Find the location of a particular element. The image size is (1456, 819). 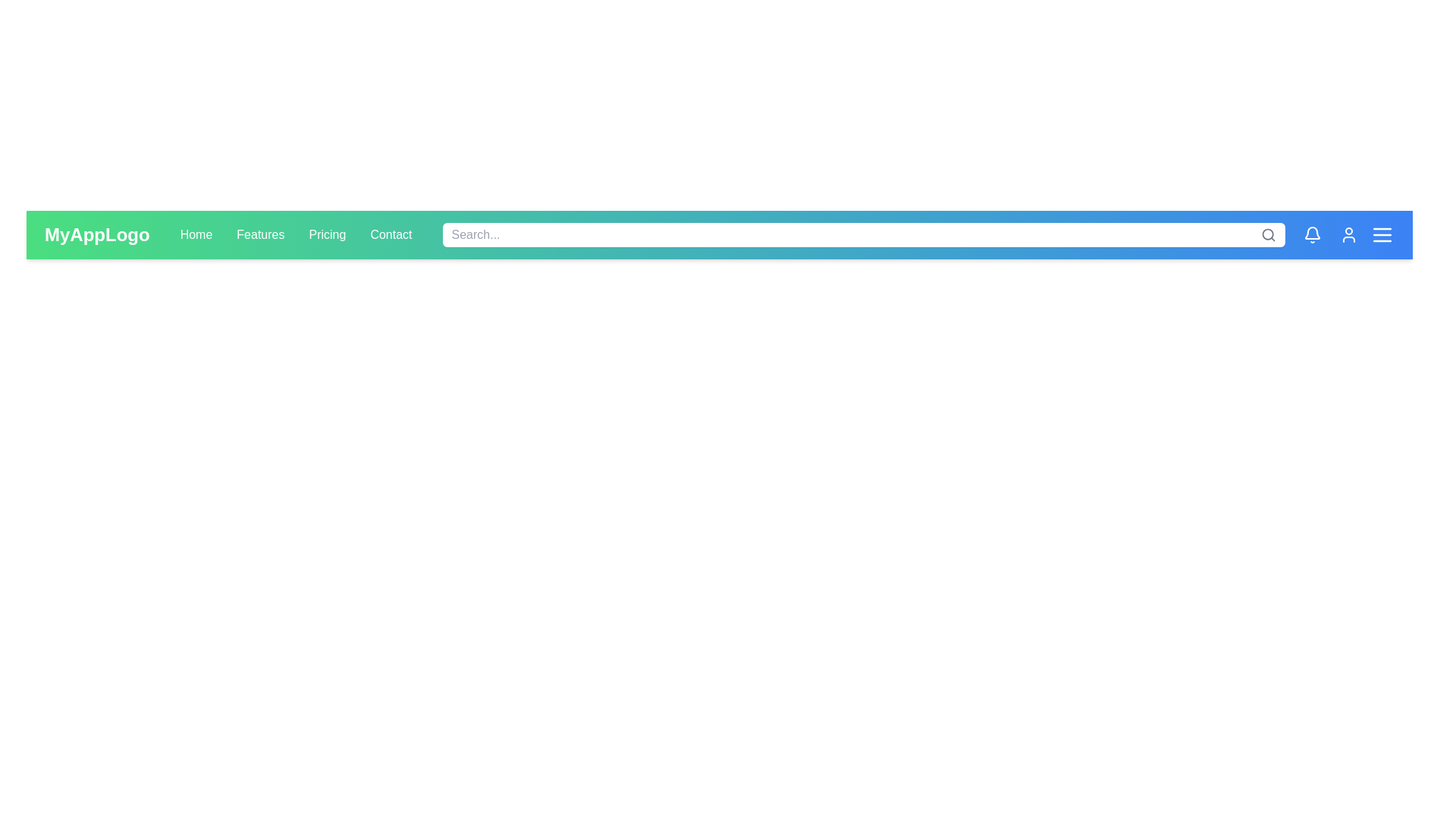

the 'Features' hyperlink element in the navigation bar, which is styled with white text on a green background and underlines on hover is located at coordinates (260, 234).